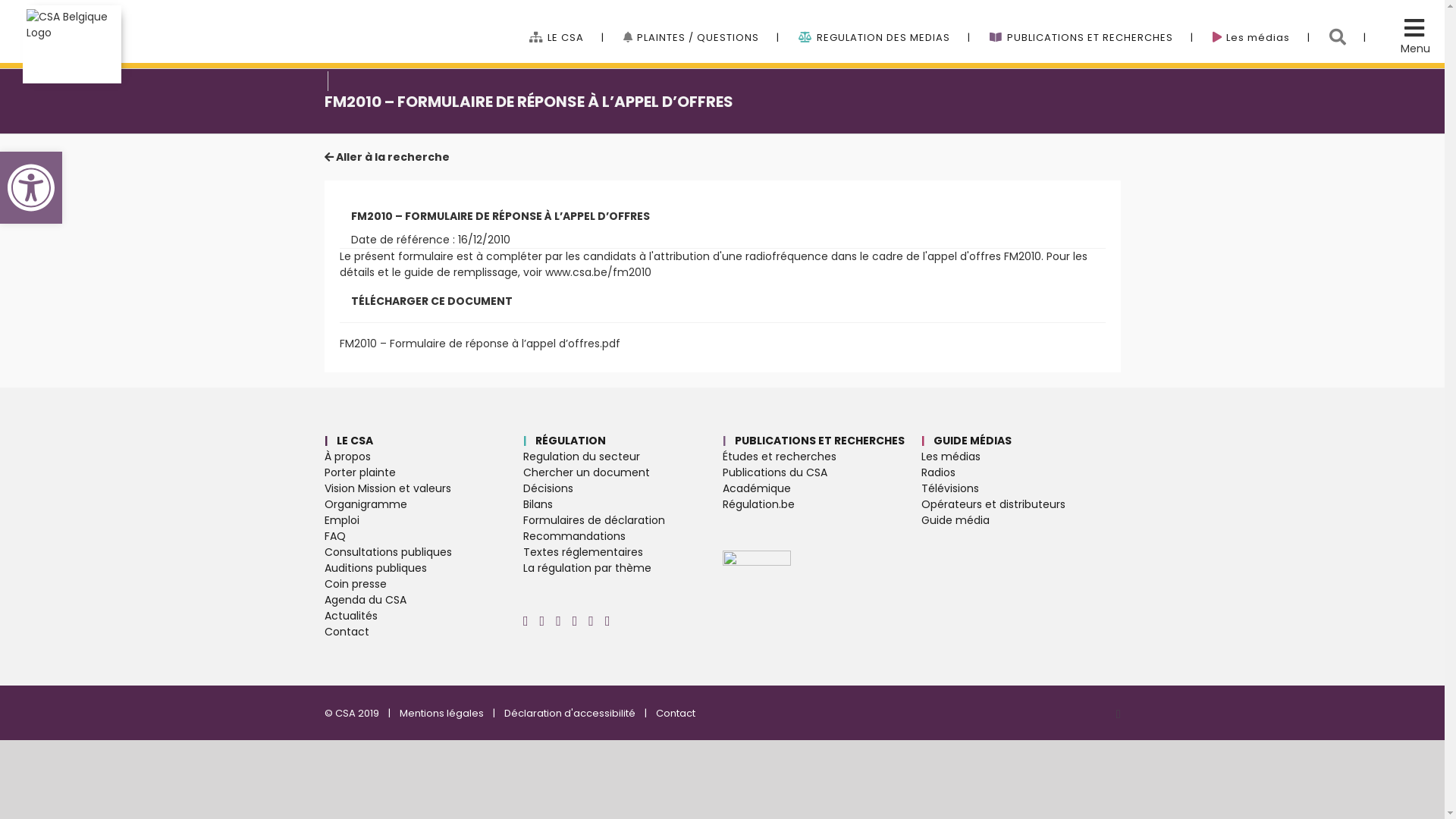 This screenshot has width=1456, height=819. Describe the element at coordinates (526, 620) in the screenshot. I see `'Instagram'` at that location.